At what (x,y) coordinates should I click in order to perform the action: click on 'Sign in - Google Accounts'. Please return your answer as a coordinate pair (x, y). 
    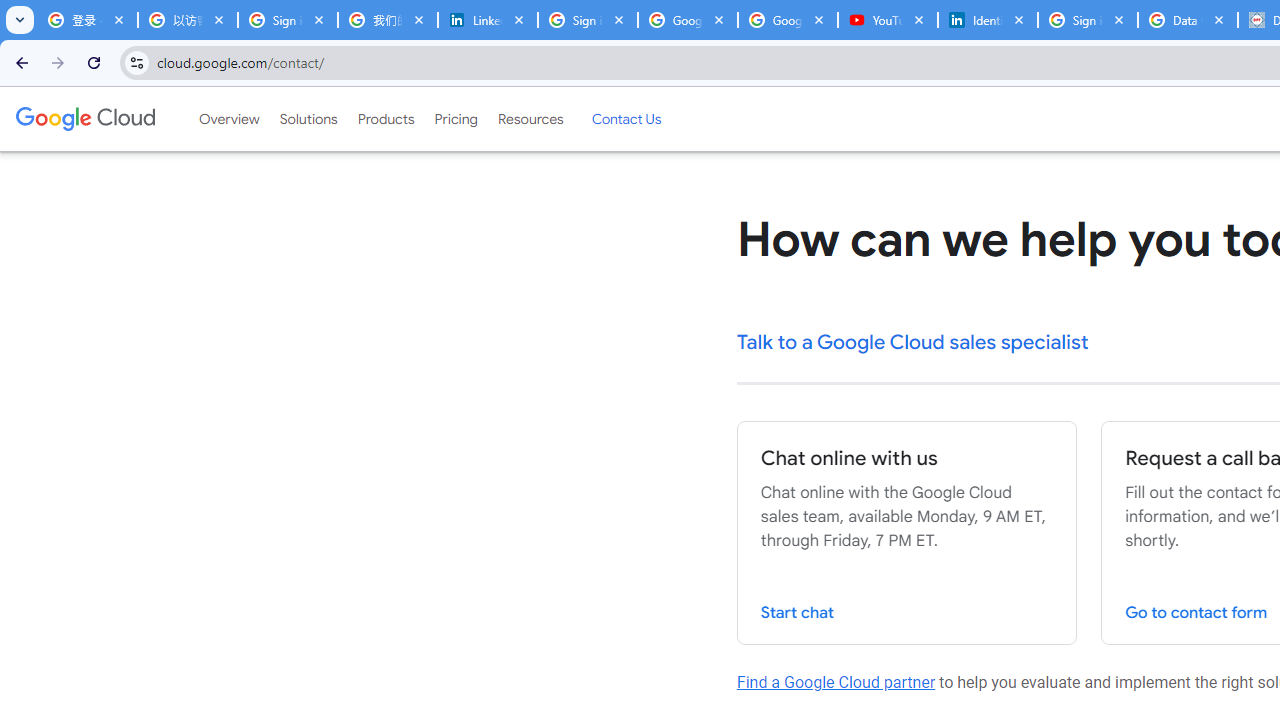
    Looking at the image, I should click on (586, 20).